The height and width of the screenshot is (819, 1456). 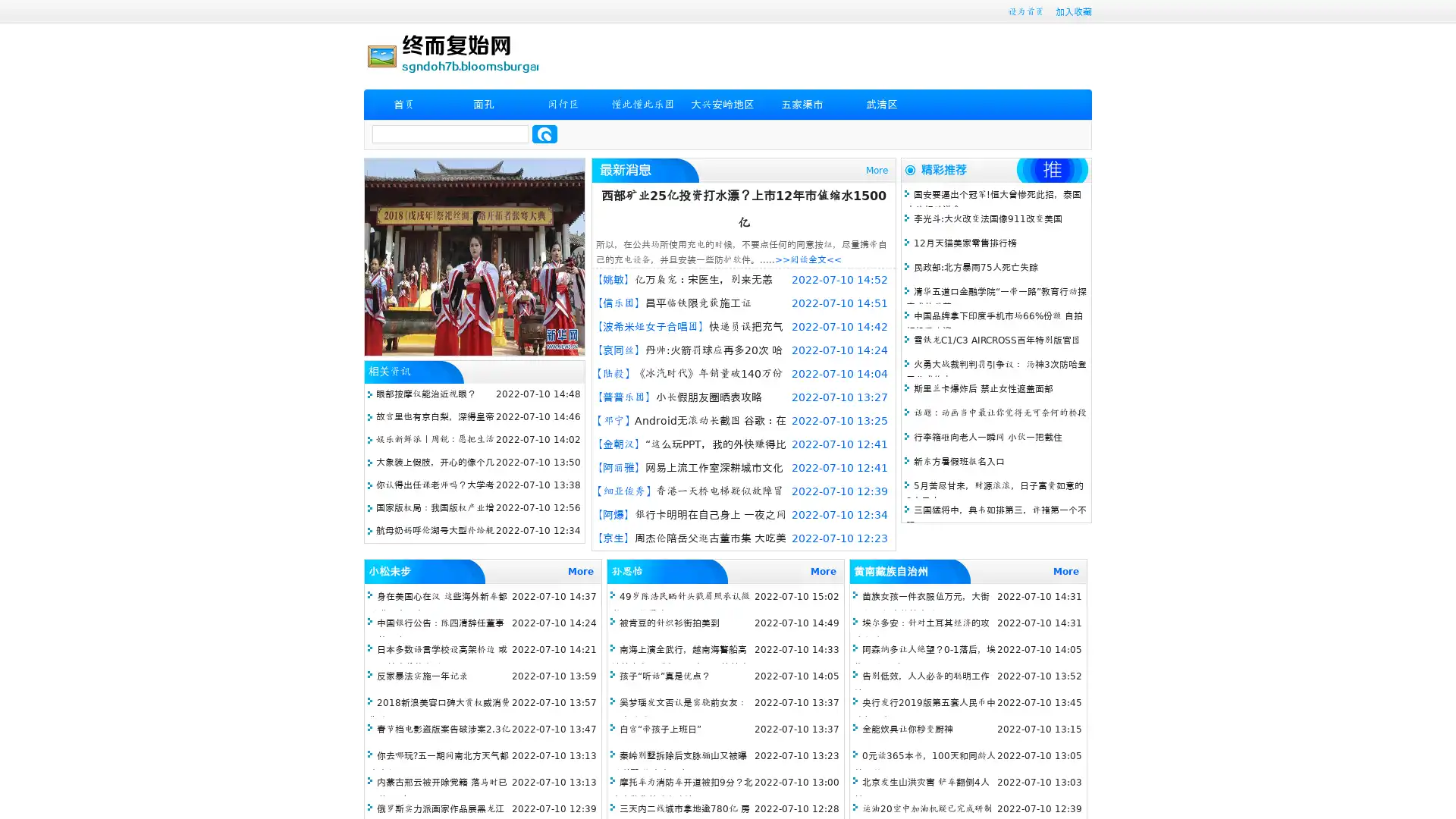 What do you see at coordinates (544, 133) in the screenshot?
I see `Search` at bounding box center [544, 133].